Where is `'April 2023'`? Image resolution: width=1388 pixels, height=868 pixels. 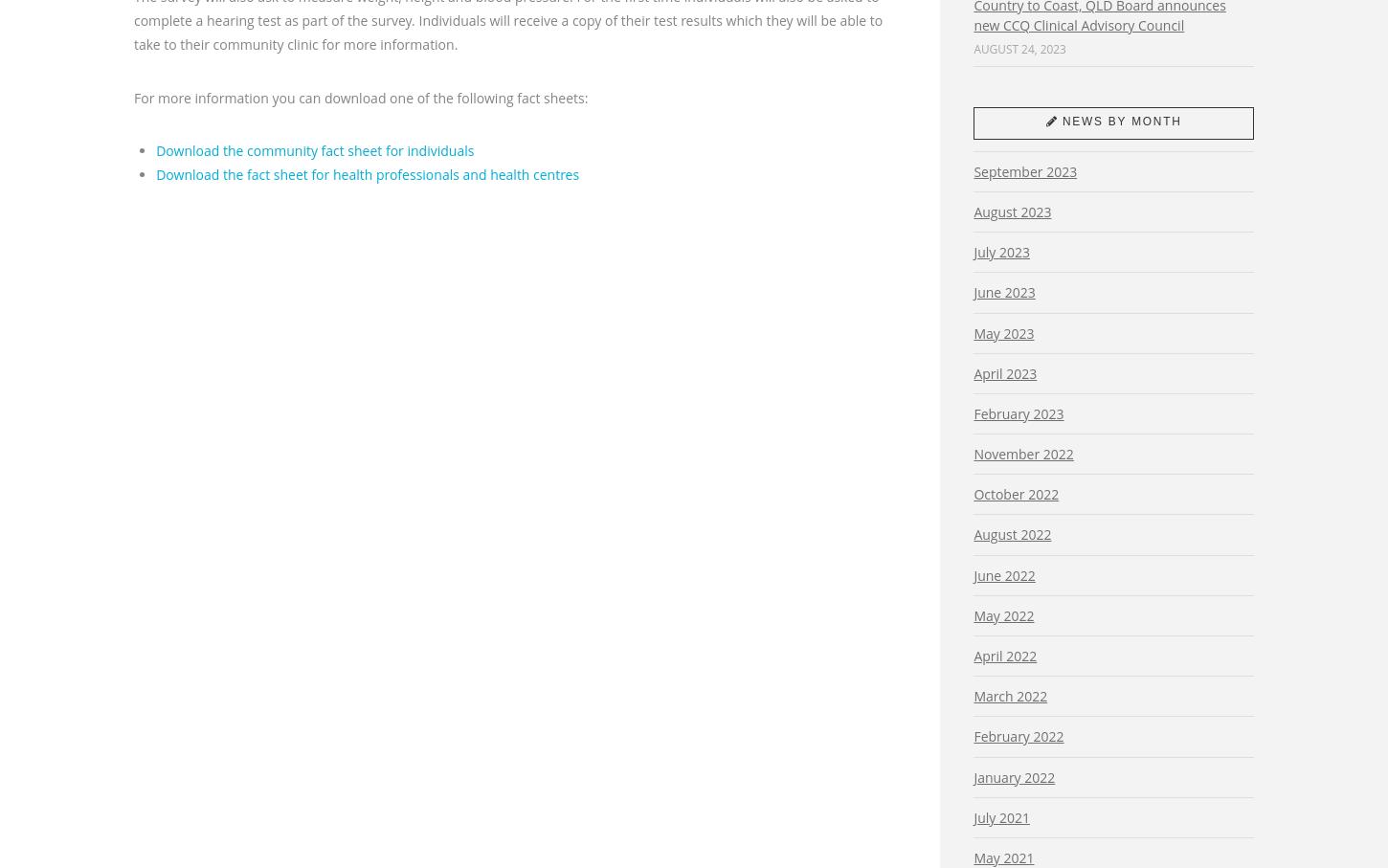 'April 2023' is located at coordinates (974, 372).